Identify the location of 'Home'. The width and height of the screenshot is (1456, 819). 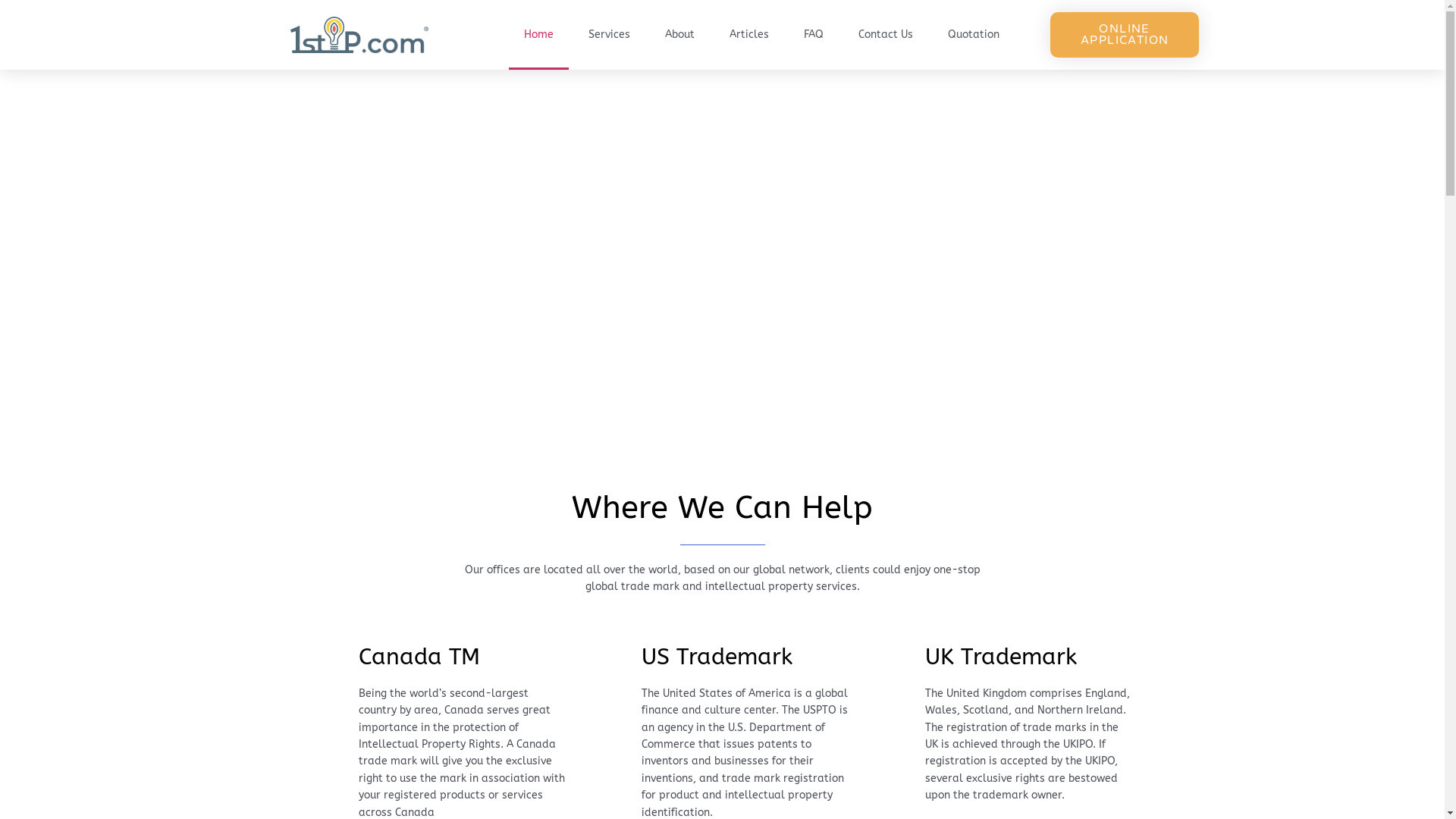
(538, 34).